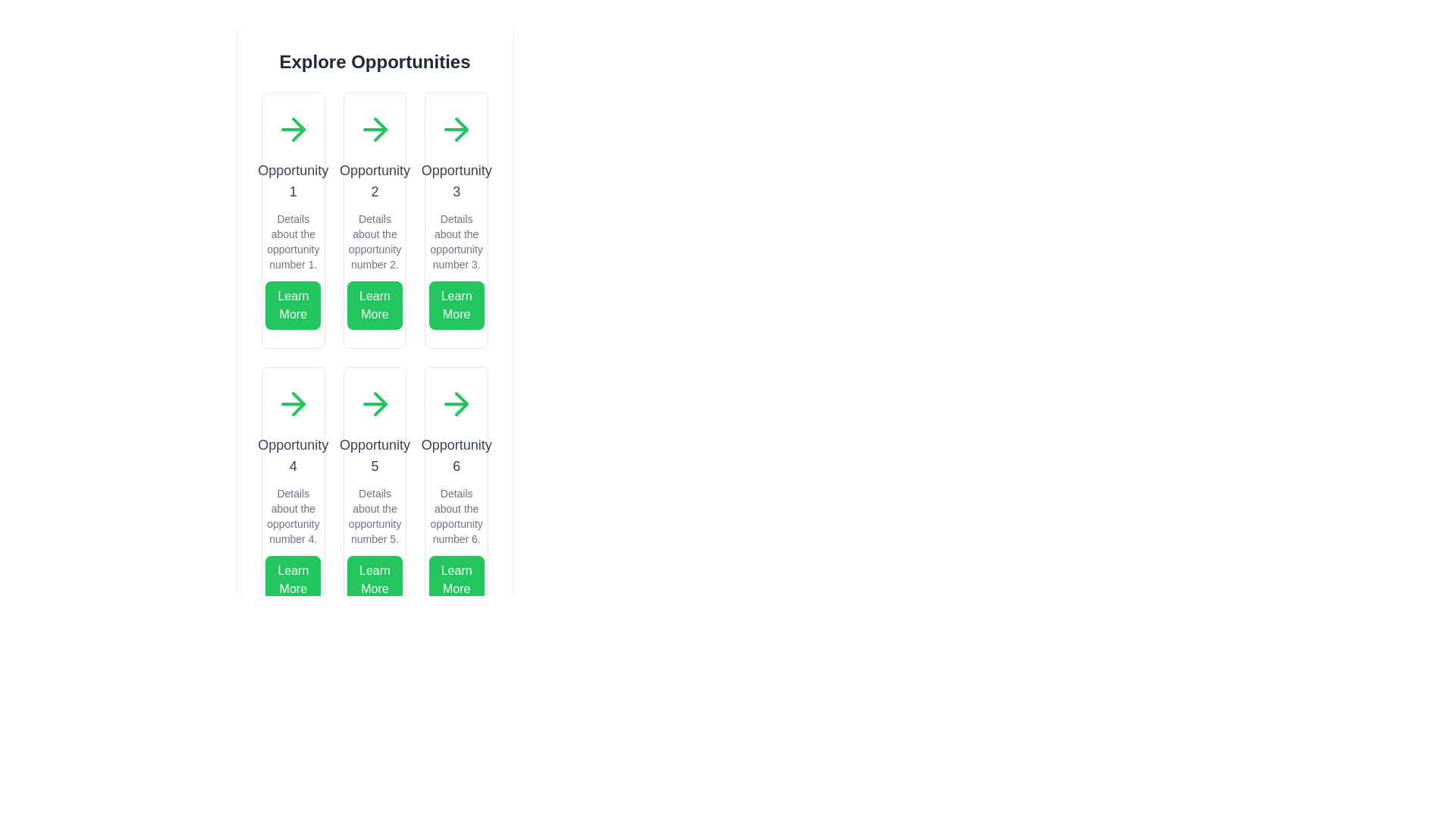 This screenshot has width=1456, height=819. Describe the element at coordinates (293, 455) in the screenshot. I see `the text label that serves as the title for the opportunity section, located in the second row, first column of the grid layout` at that location.